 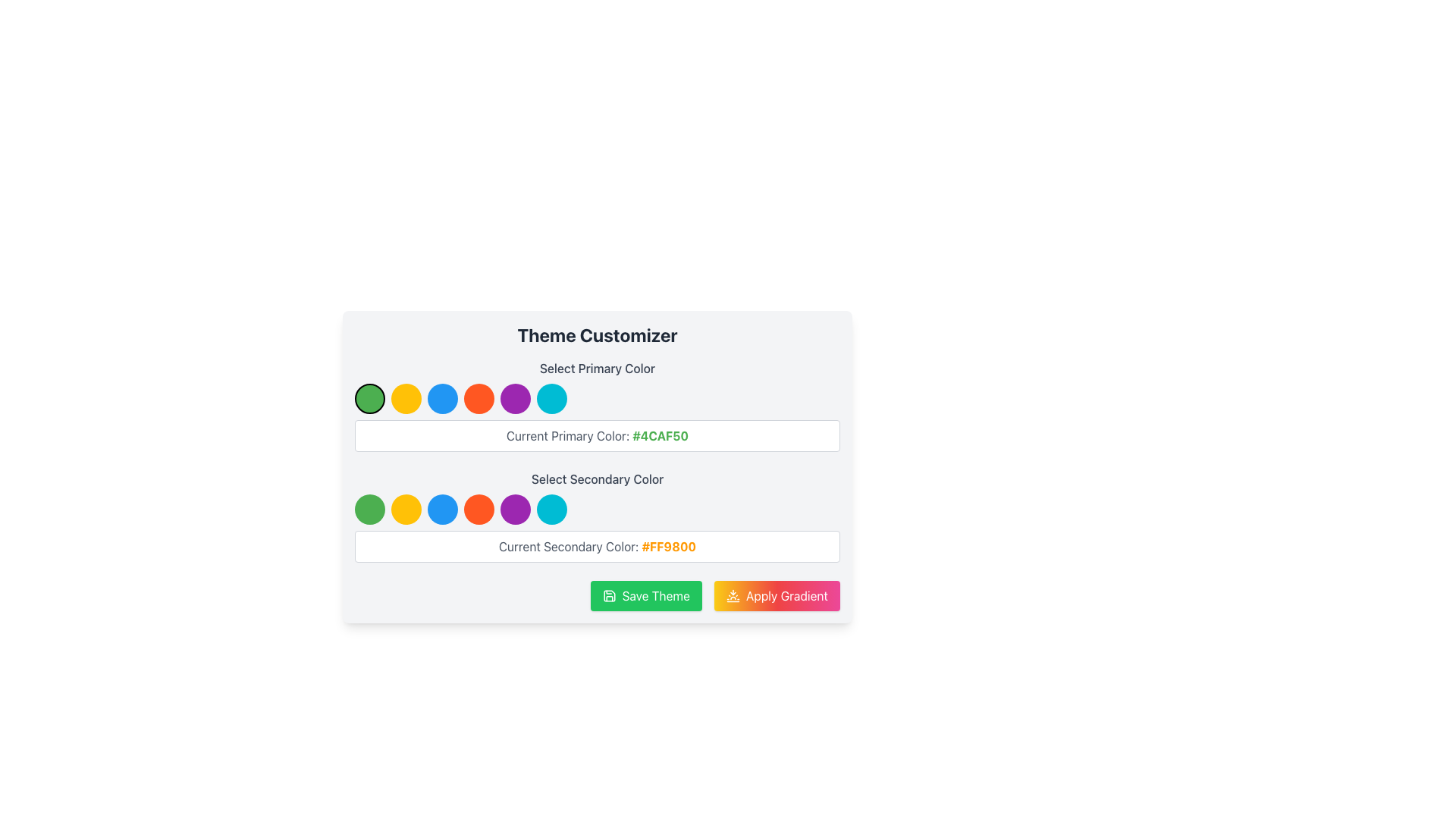 What do you see at coordinates (776, 595) in the screenshot?
I see `the 'Apply Gradient' button, which is a rectangular button with a gradient background and a sunset icon, located in the bottom-right corner of the interface` at bounding box center [776, 595].